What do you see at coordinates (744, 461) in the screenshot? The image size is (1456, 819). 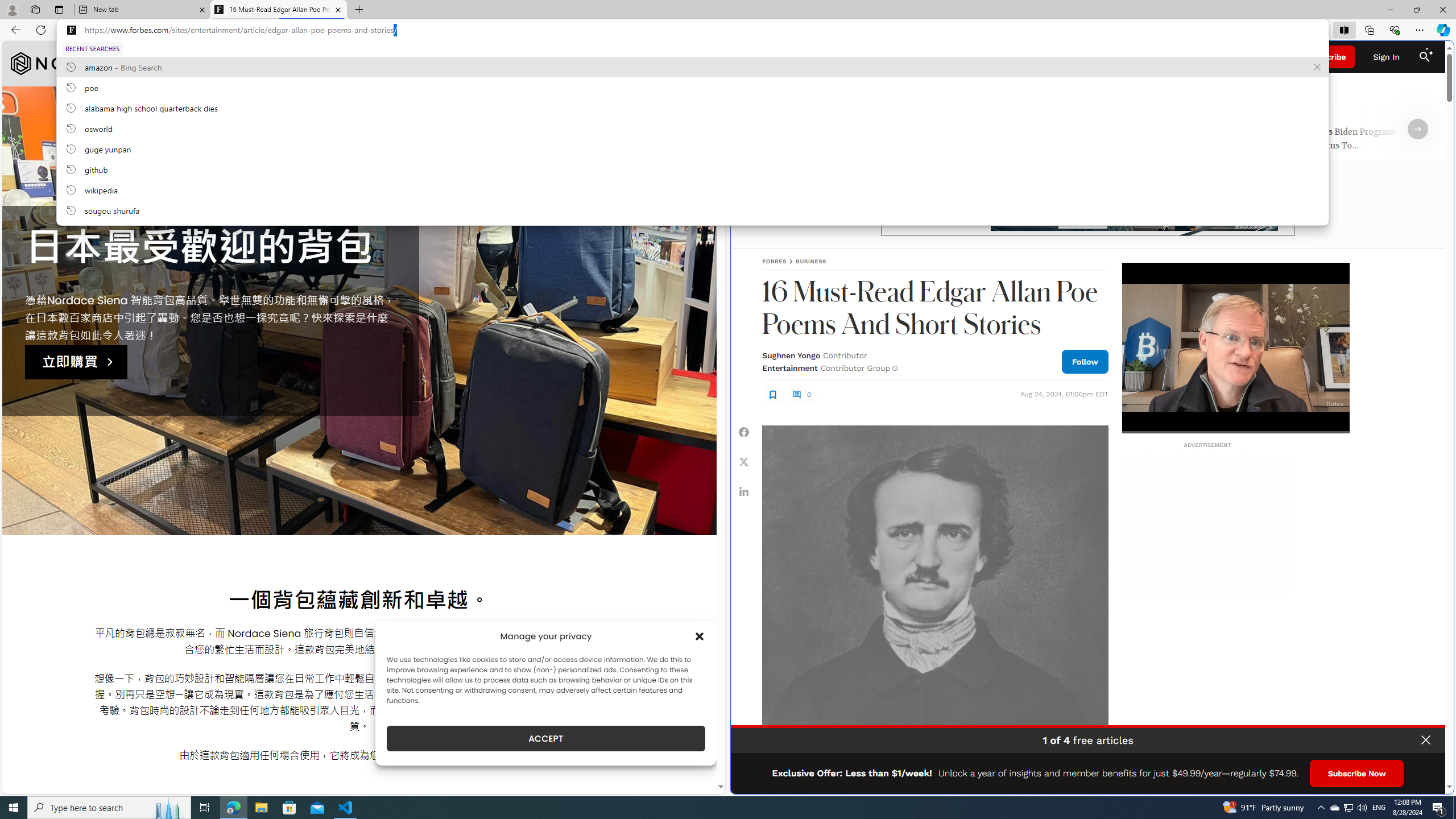 I see `'Class: fs-icon fs-icon--xCorp'` at bounding box center [744, 461].